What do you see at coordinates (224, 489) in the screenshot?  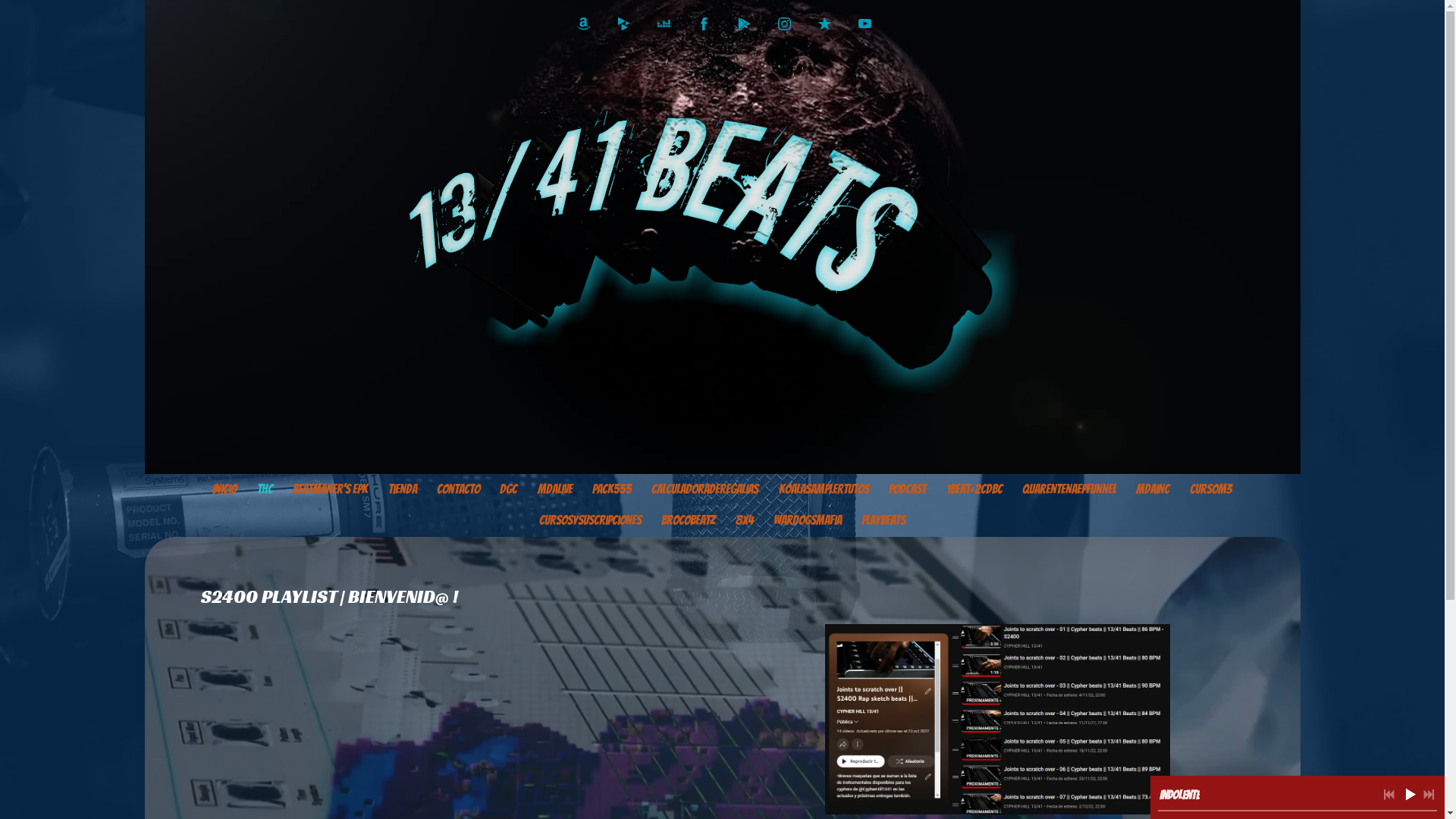 I see `'Inicio'` at bounding box center [224, 489].